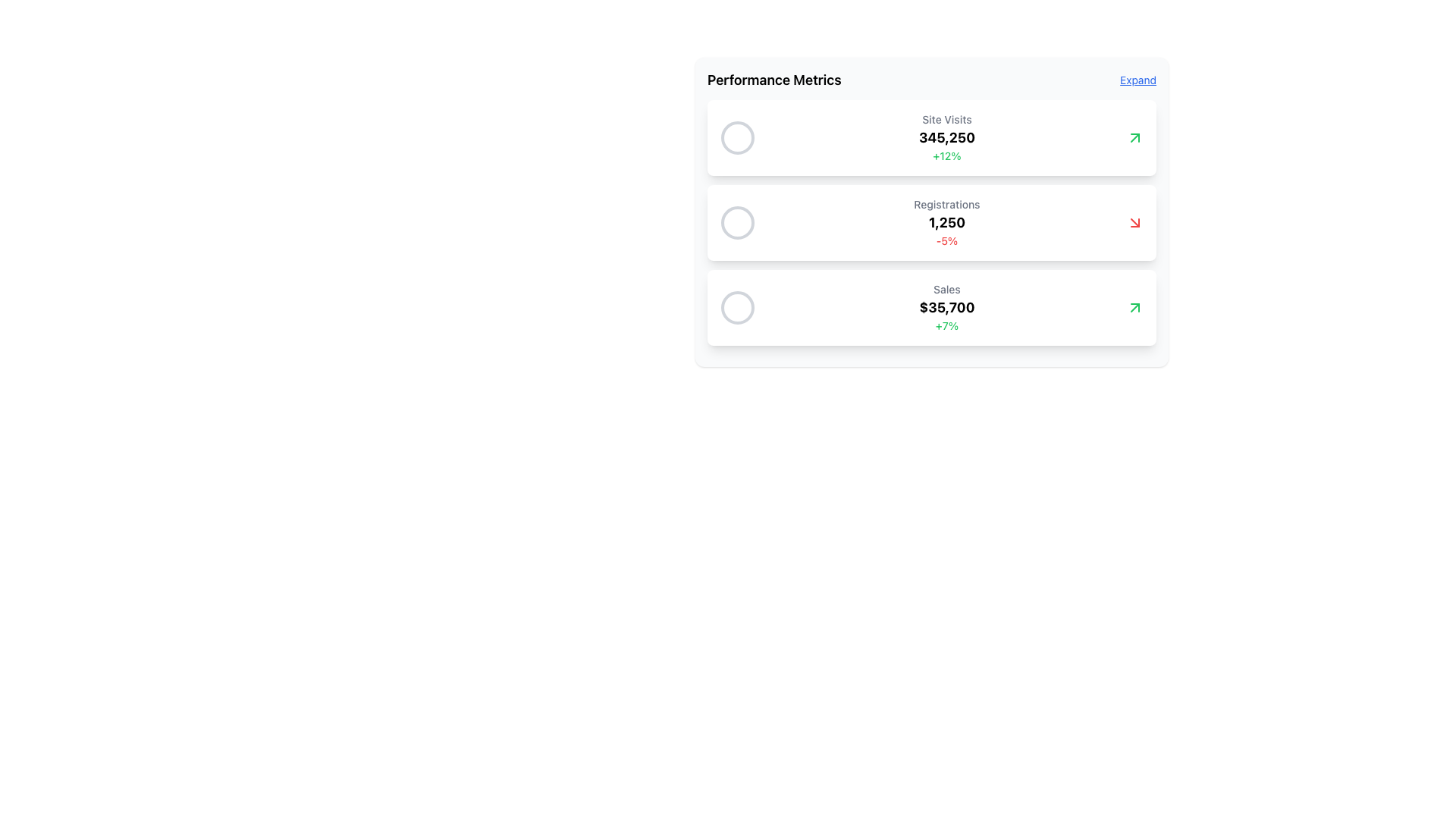  What do you see at coordinates (946, 289) in the screenshot?
I see `the 'Sales' text label that is displayed in a small, medium-weight, gray font, positioned above the '$35,700' sales figure in the sales metrics subpanel` at bounding box center [946, 289].